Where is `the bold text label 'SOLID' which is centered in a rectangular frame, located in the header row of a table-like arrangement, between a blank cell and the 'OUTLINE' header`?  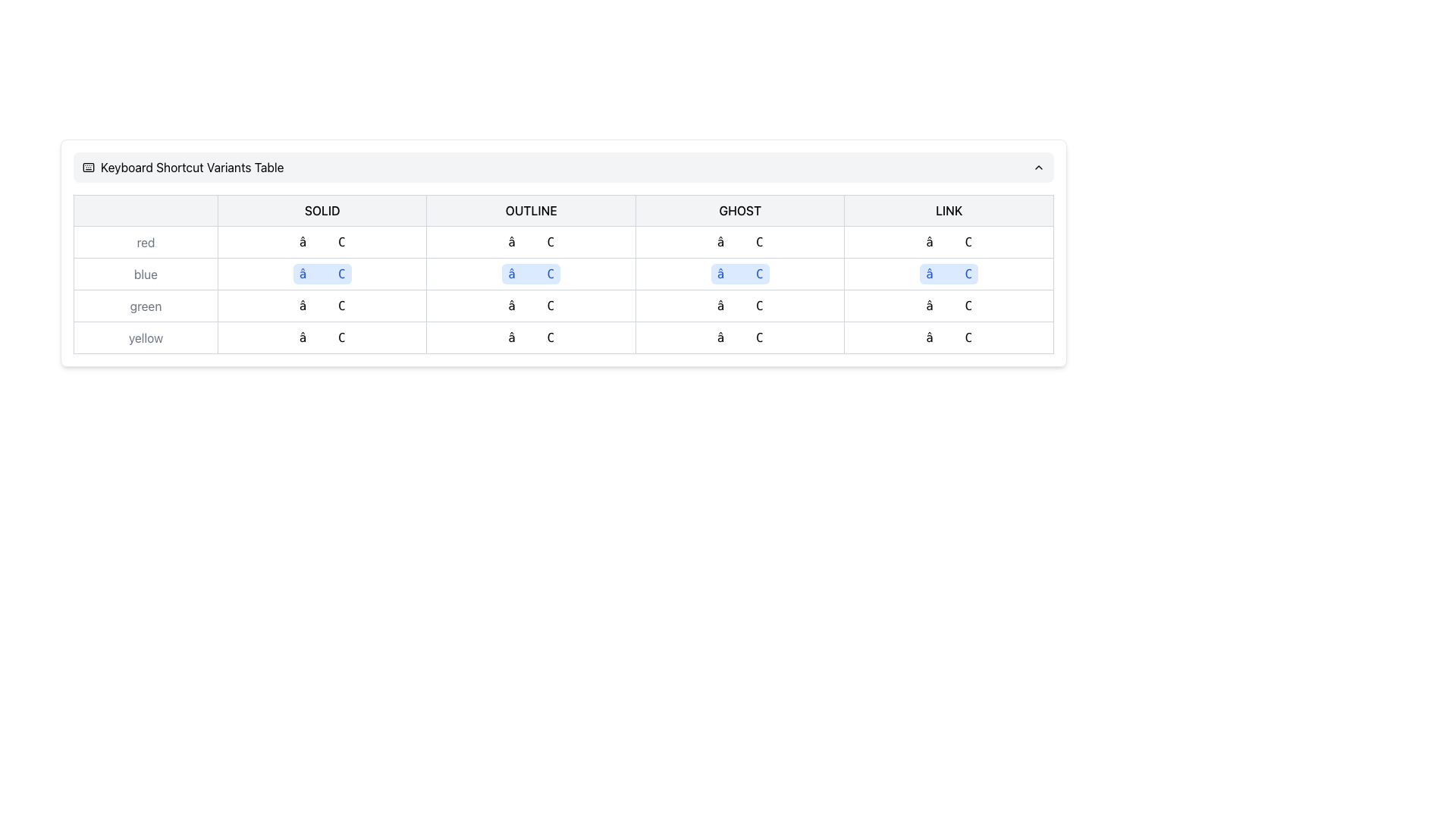 the bold text label 'SOLID' which is centered in a rectangular frame, located in the header row of a table-like arrangement, between a blank cell and the 'OUTLINE' header is located at coordinates (322, 210).